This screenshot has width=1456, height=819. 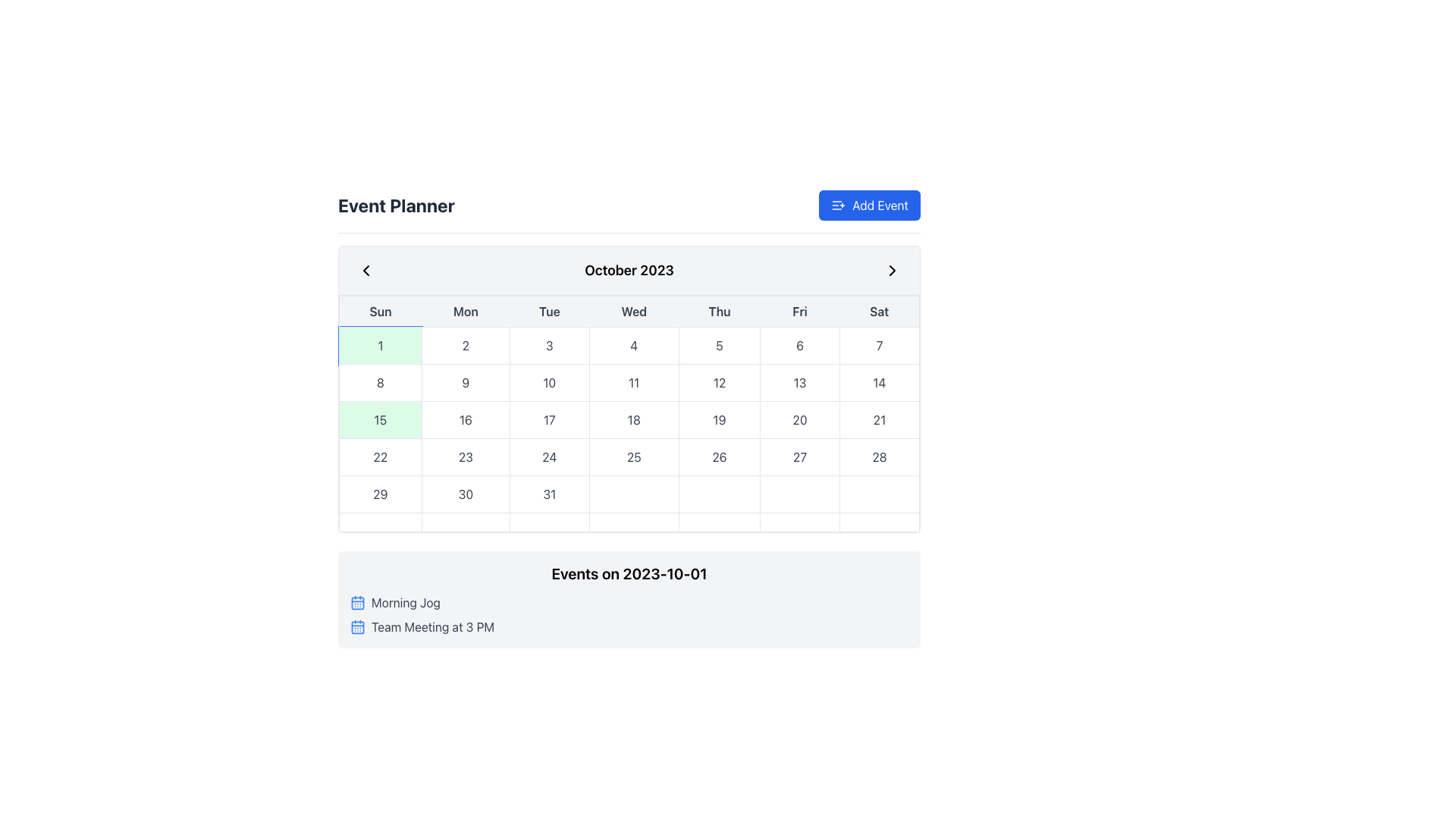 What do you see at coordinates (366, 270) in the screenshot?
I see `the button located in the top-left corner of the calendar header that navigates to the previous month, to receive visual feedback indicating interactivity` at bounding box center [366, 270].